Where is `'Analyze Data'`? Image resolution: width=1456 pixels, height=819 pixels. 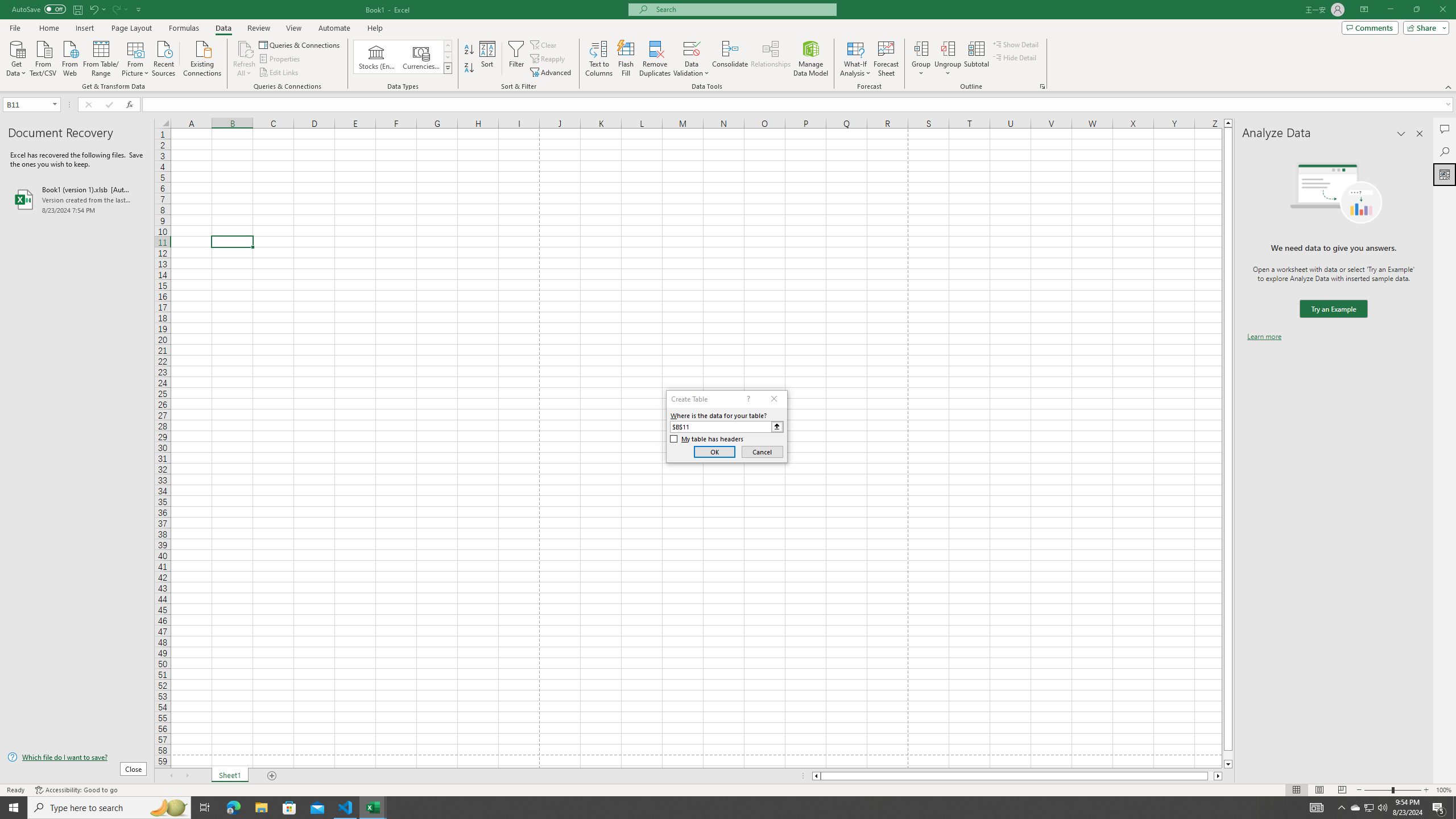
'Analyze Data' is located at coordinates (1444, 174).